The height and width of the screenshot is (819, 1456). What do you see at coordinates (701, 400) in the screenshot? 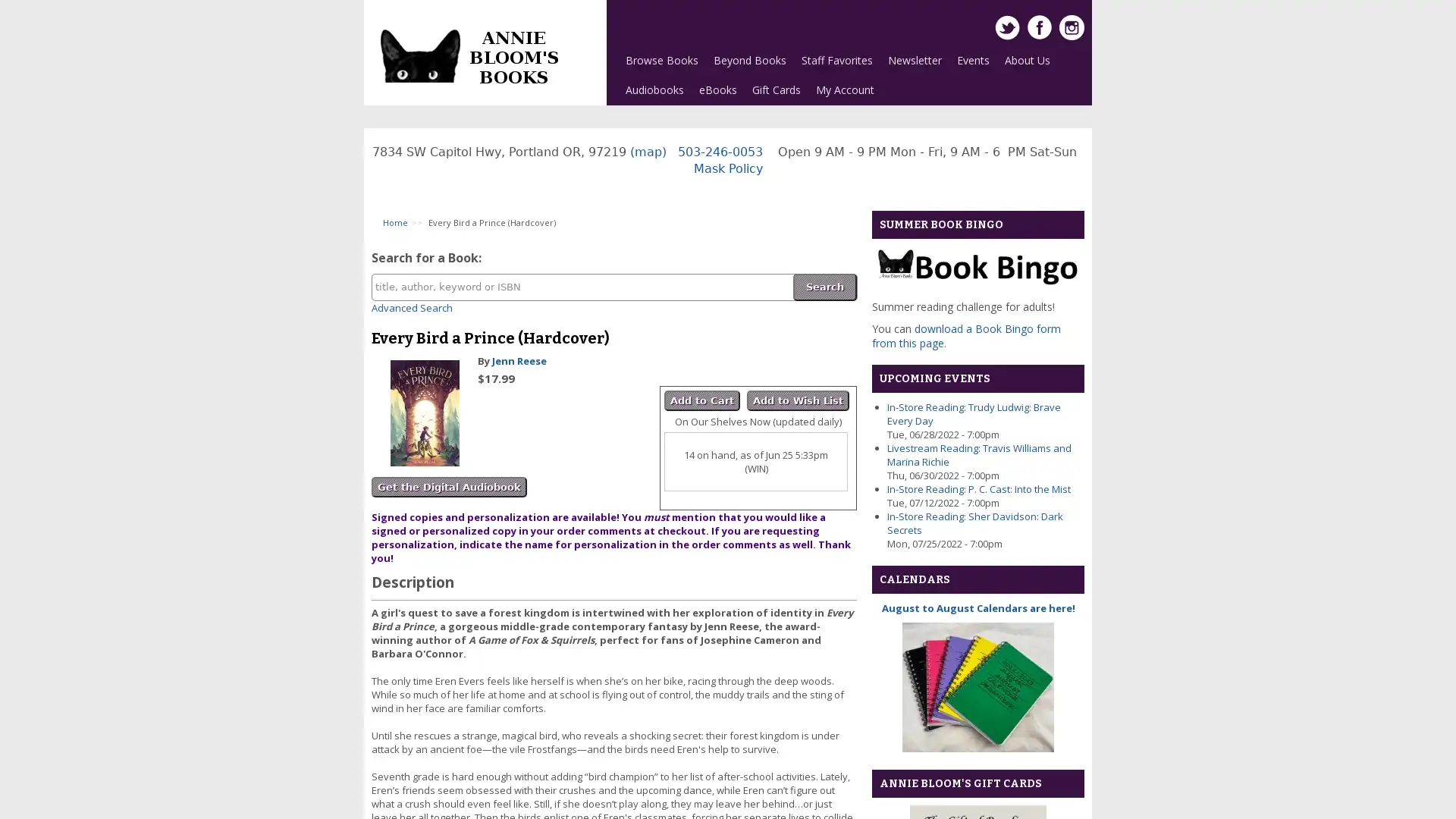
I see `Add to Cart` at bounding box center [701, 400].